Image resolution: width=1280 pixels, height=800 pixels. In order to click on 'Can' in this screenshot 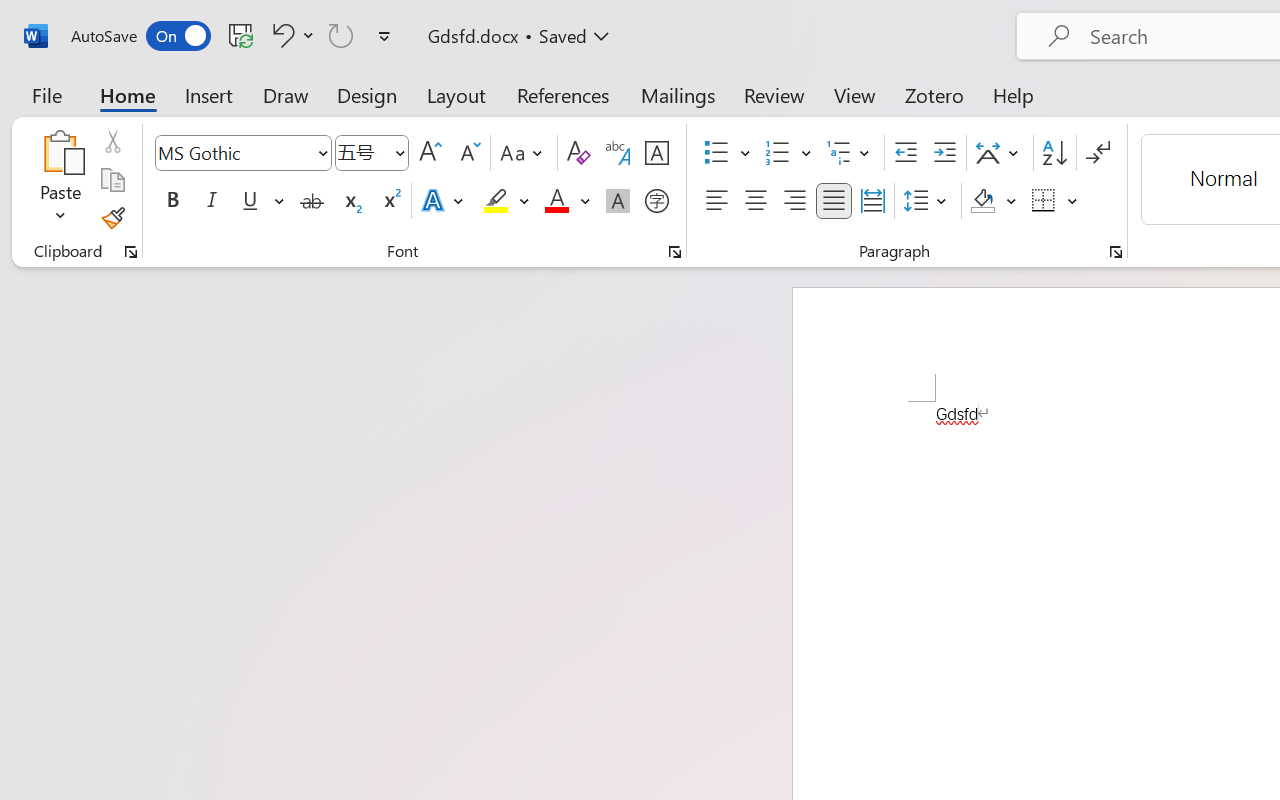, I will do `click(341, 34)`.